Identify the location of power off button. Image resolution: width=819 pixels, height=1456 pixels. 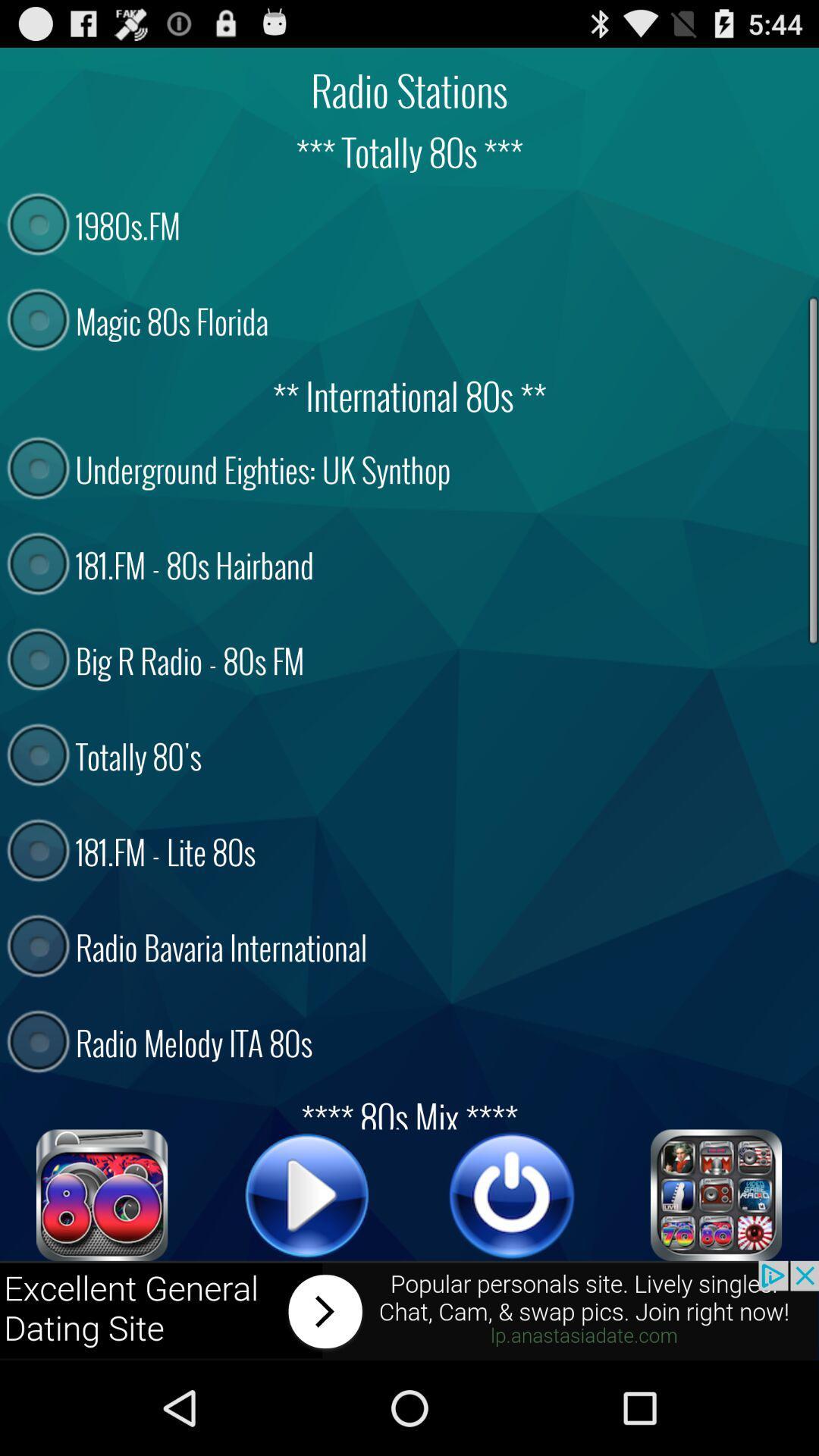
(512, 1194).